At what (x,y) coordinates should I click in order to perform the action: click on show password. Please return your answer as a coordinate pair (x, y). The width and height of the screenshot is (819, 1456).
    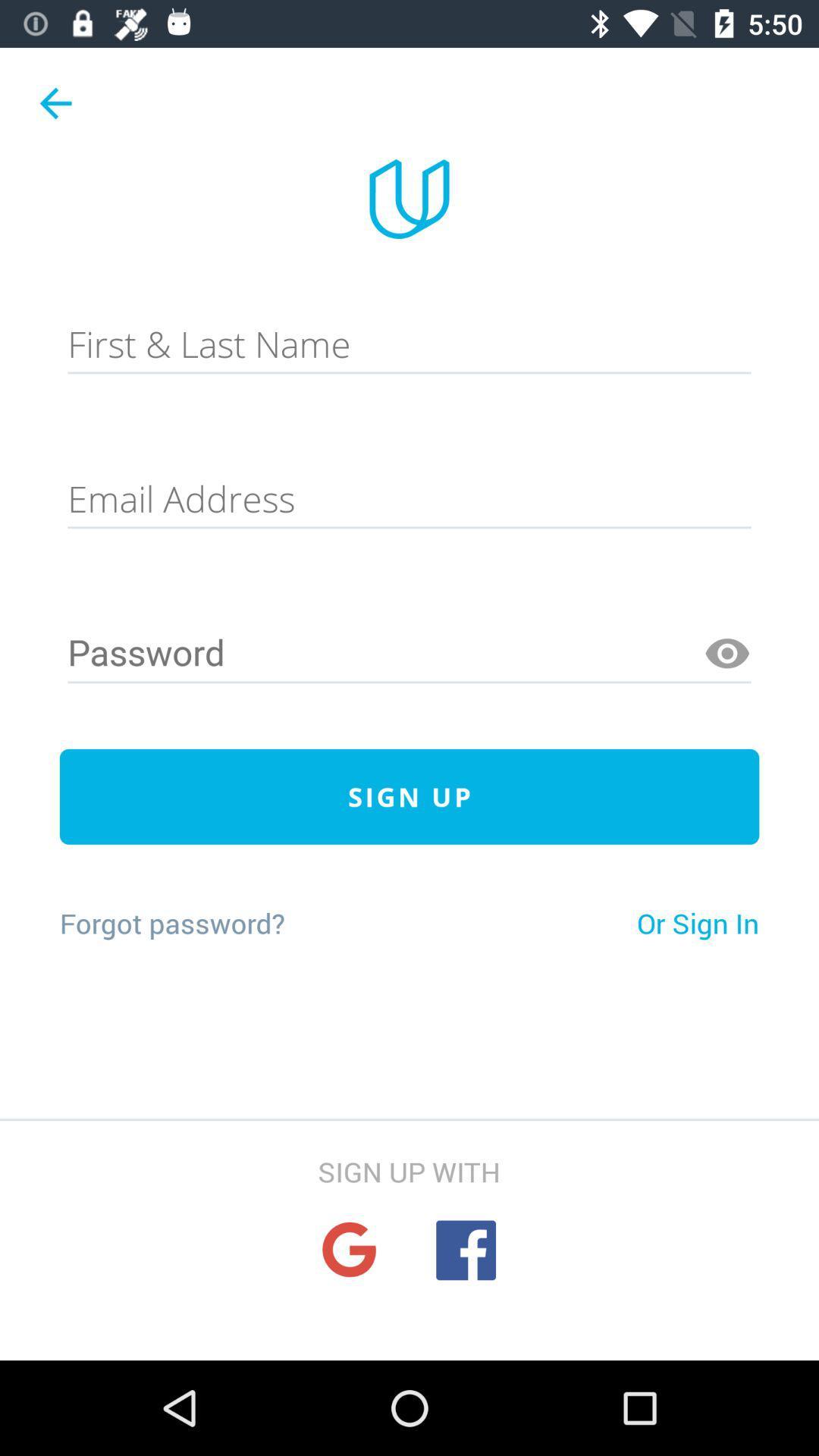
    Looking at the image, I should click on (726, 654).